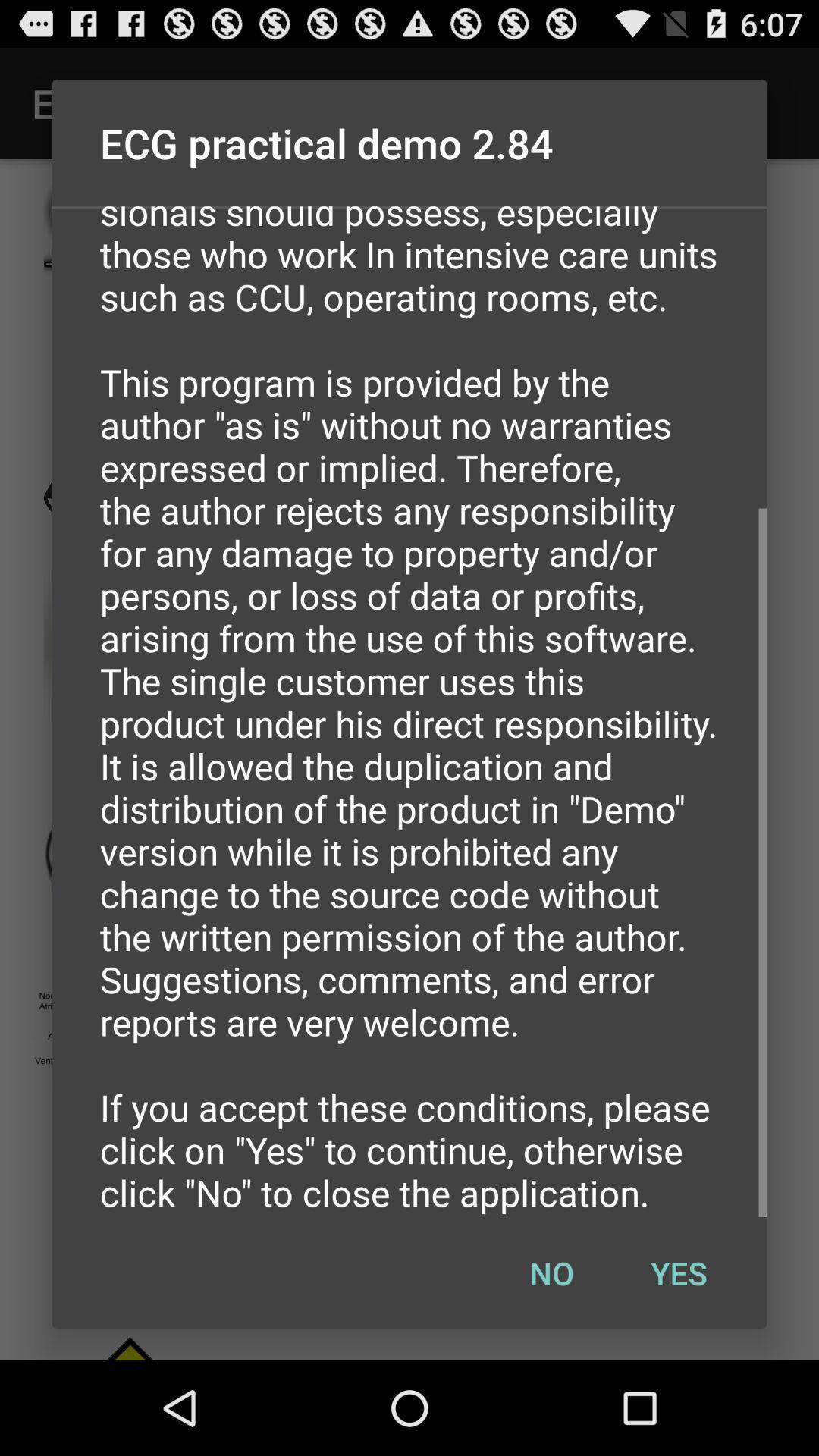  Describe the element at coordinates (678, 1272) in the screenshot. I see `the item below the kapelis aristidis 2014` at that location.